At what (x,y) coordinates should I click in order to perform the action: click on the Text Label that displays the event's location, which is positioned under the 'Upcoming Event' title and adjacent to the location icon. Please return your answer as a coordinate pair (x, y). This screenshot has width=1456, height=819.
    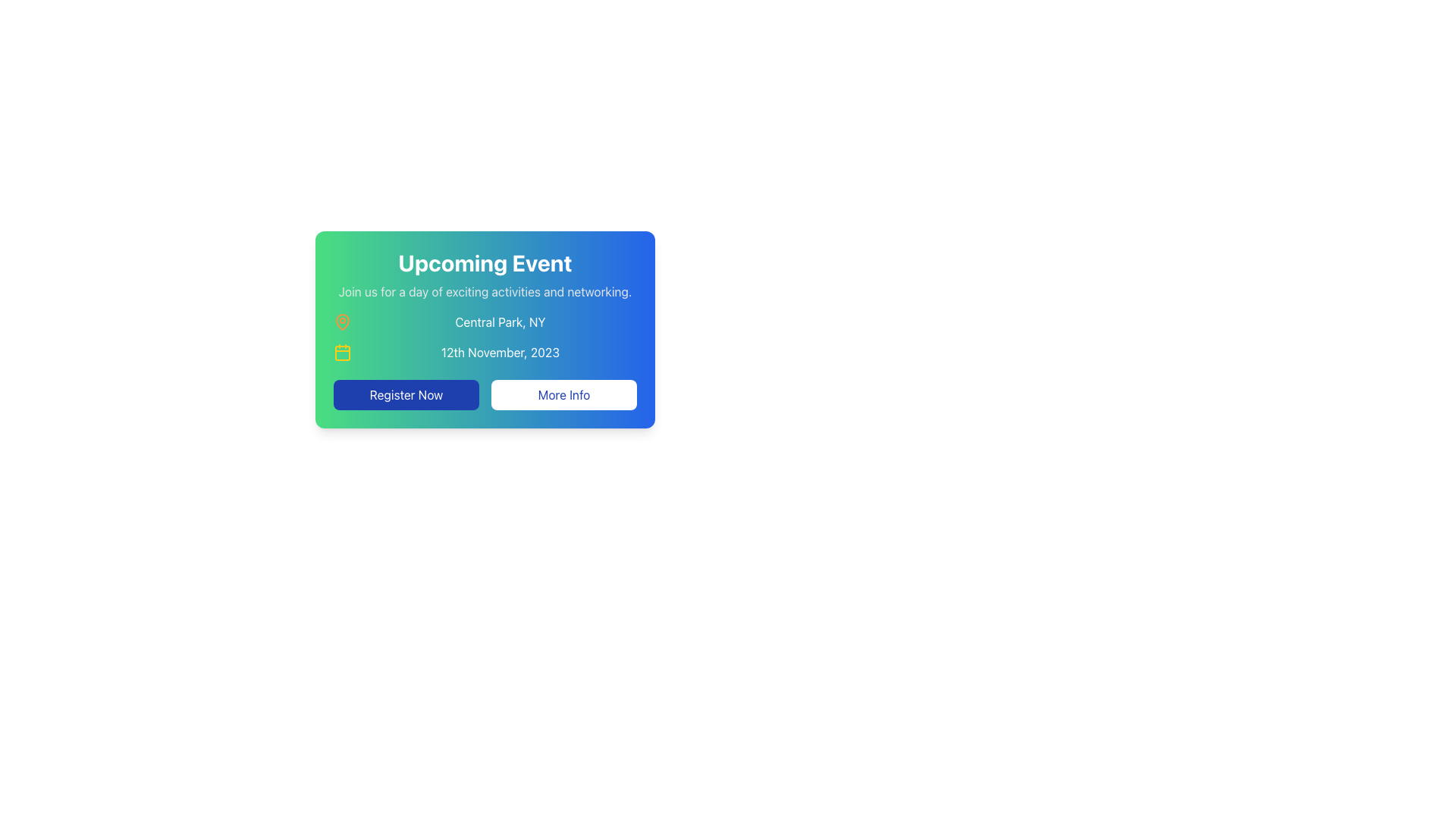
    Looking at the image, I should click on (500, 321).